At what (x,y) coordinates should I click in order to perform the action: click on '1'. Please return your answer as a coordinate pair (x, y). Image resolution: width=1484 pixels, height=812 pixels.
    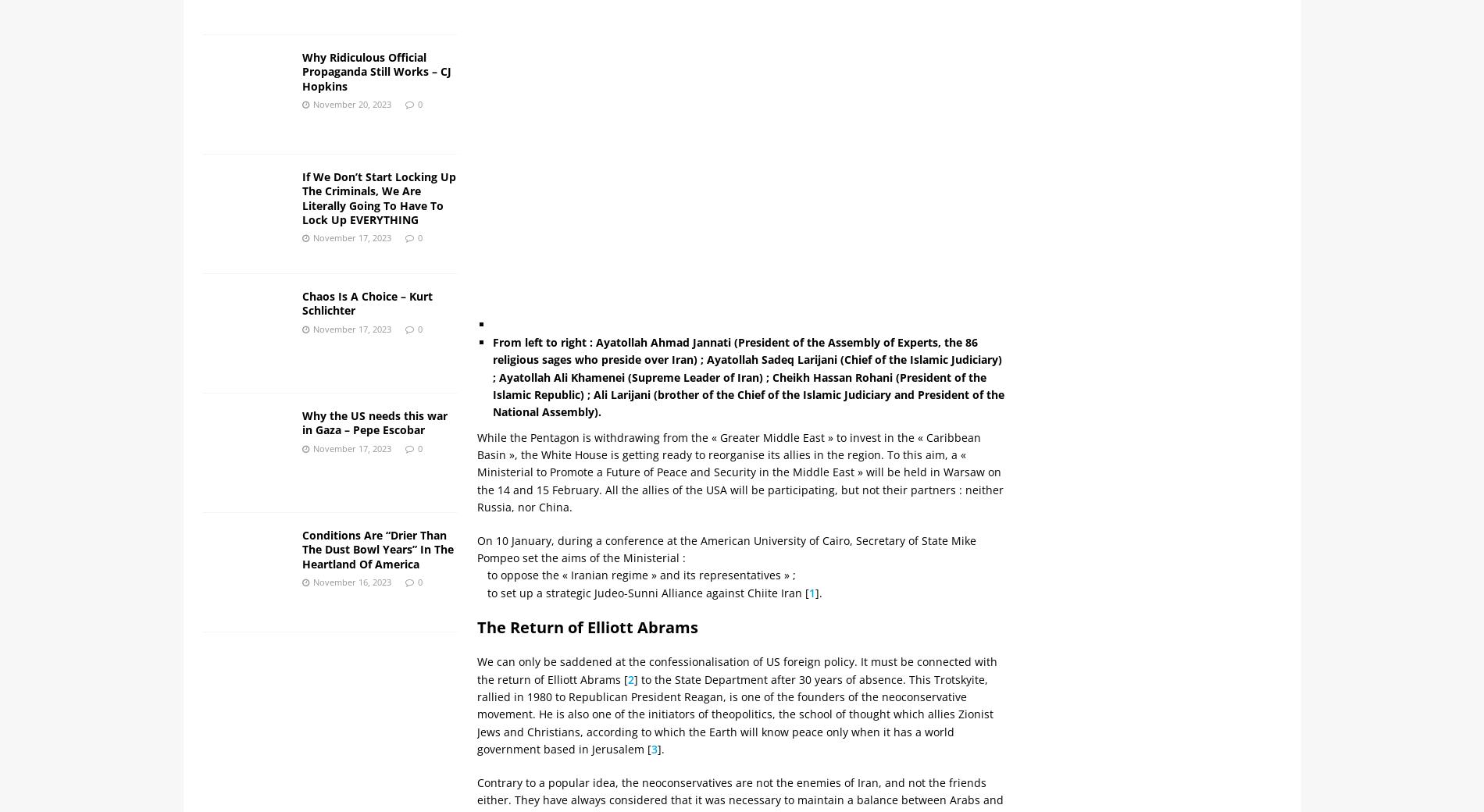
    Looking at the image, I should click on (812, 592).